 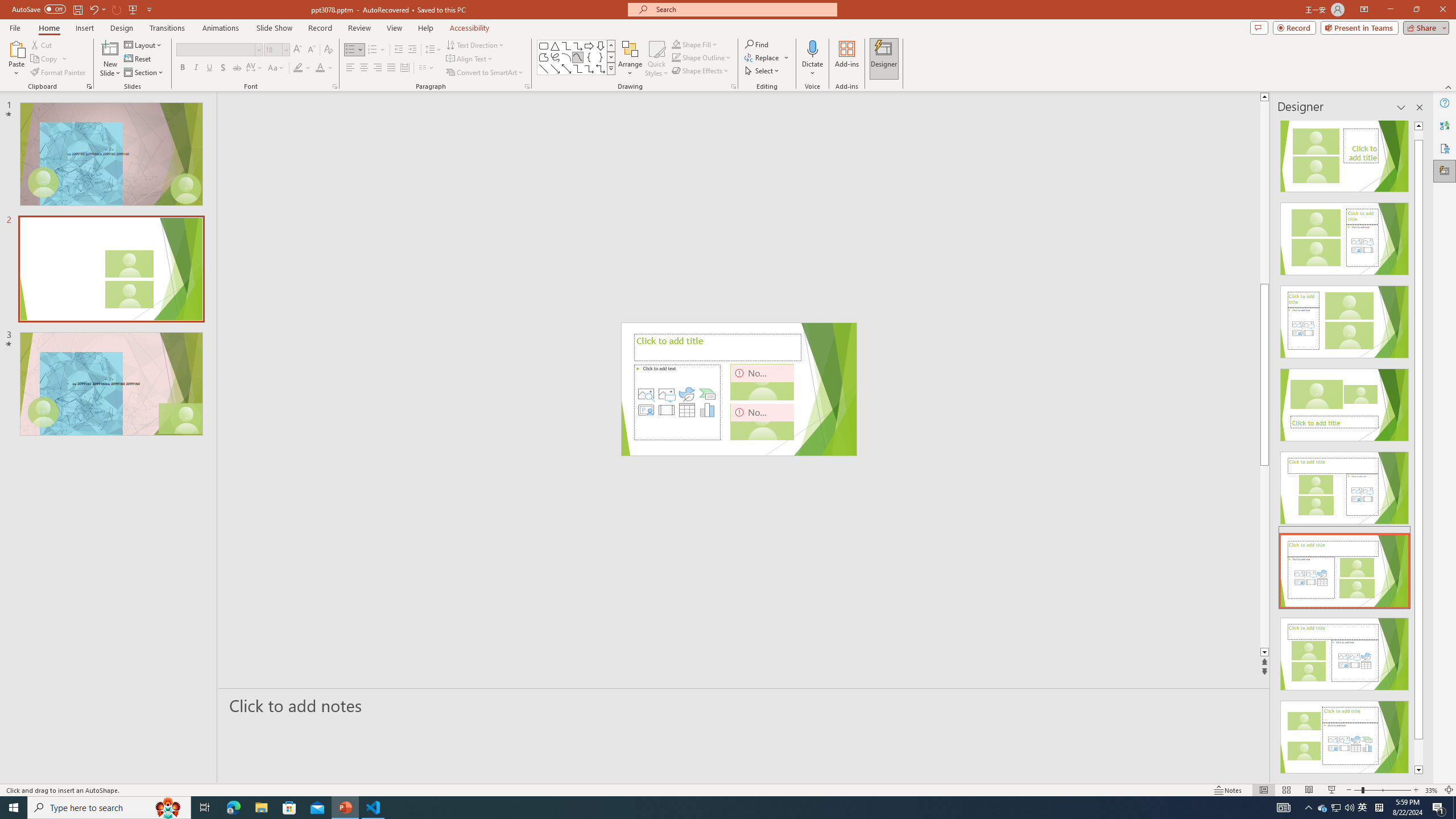 What do you see at coordinates (1431, 790) in the screenshot?
I see `'Zoom 33%'` at bounding box center [1431, 790].